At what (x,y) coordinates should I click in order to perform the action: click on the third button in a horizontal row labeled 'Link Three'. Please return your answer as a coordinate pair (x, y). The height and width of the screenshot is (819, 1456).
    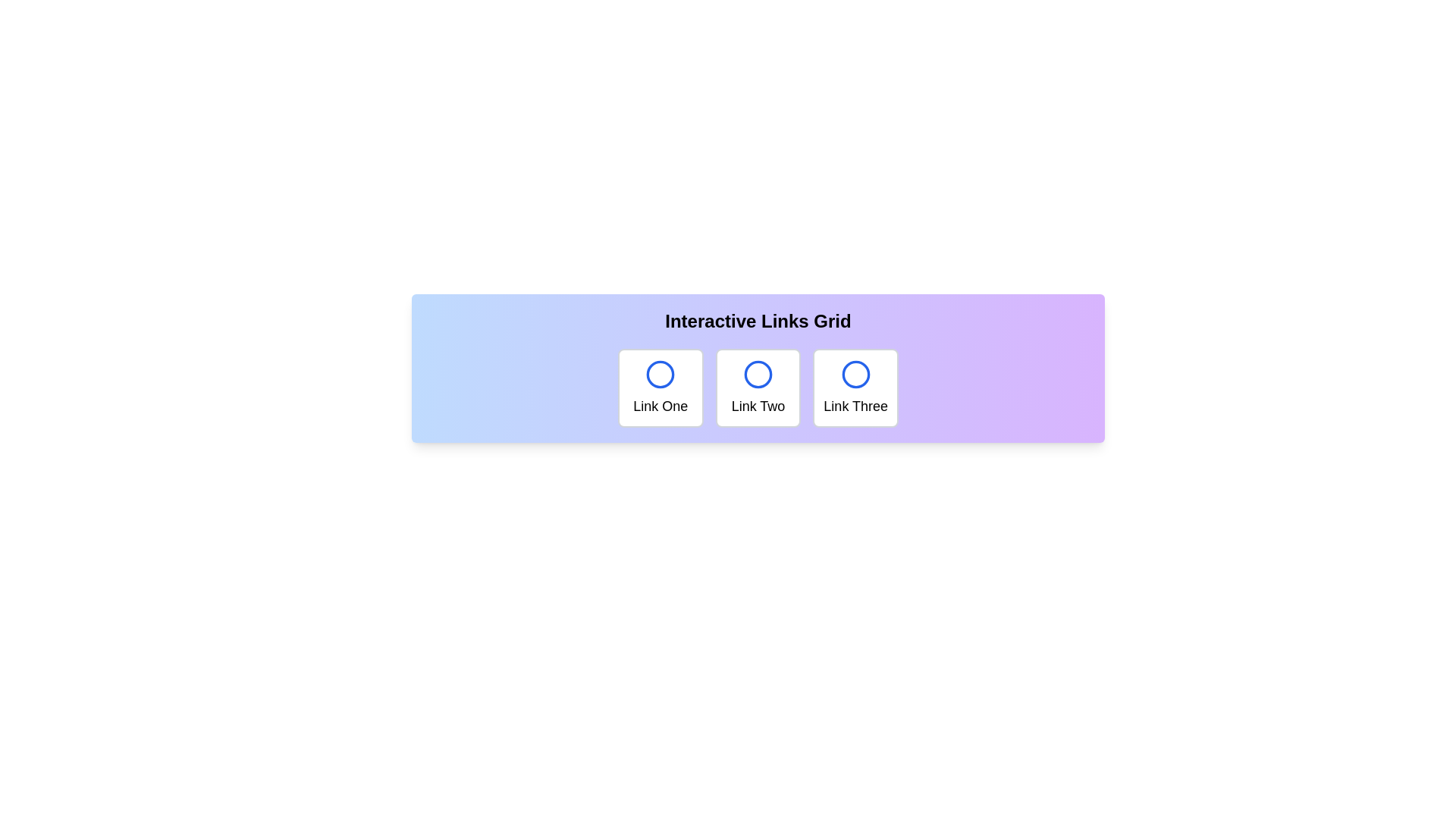
    Looking at the image, I should click on (855, 388).